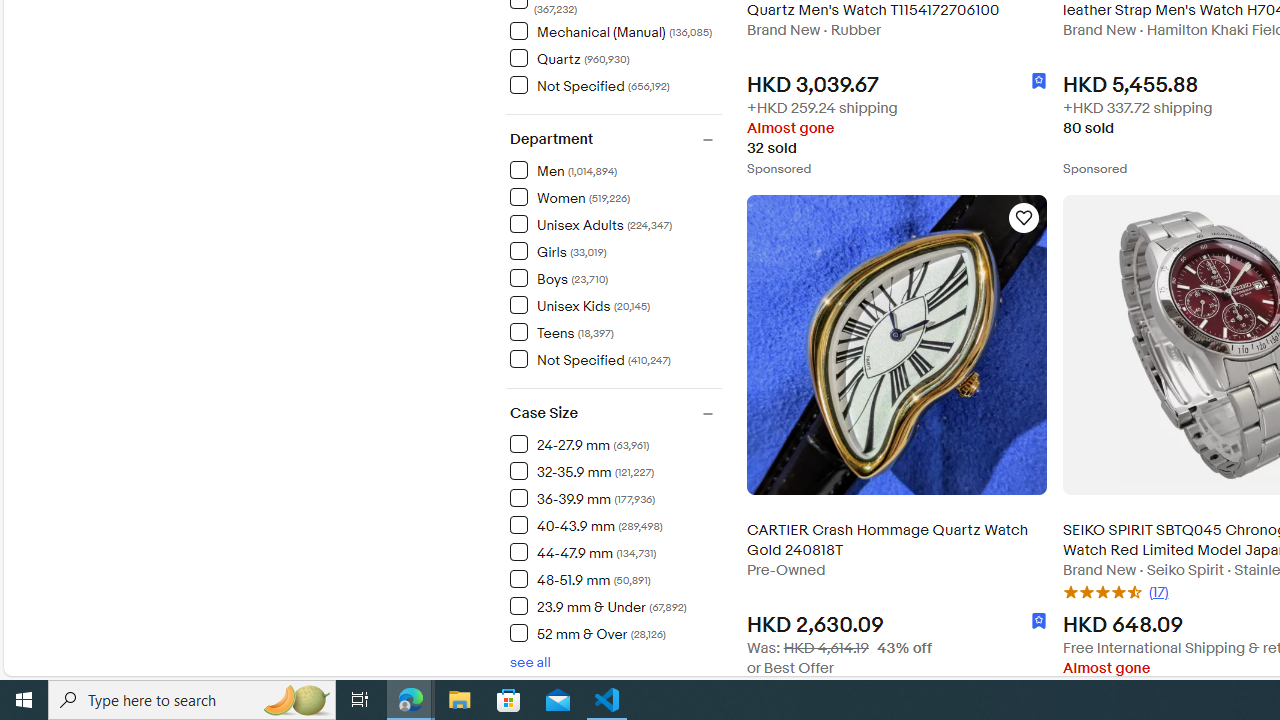 The width and height of the screenshot is (1280, 720). What do you see at coordinates (610, 31) in the screenshot?
I see `'Mechanical (Manual) (136,085) Items'` at bounding box center [610, 31].